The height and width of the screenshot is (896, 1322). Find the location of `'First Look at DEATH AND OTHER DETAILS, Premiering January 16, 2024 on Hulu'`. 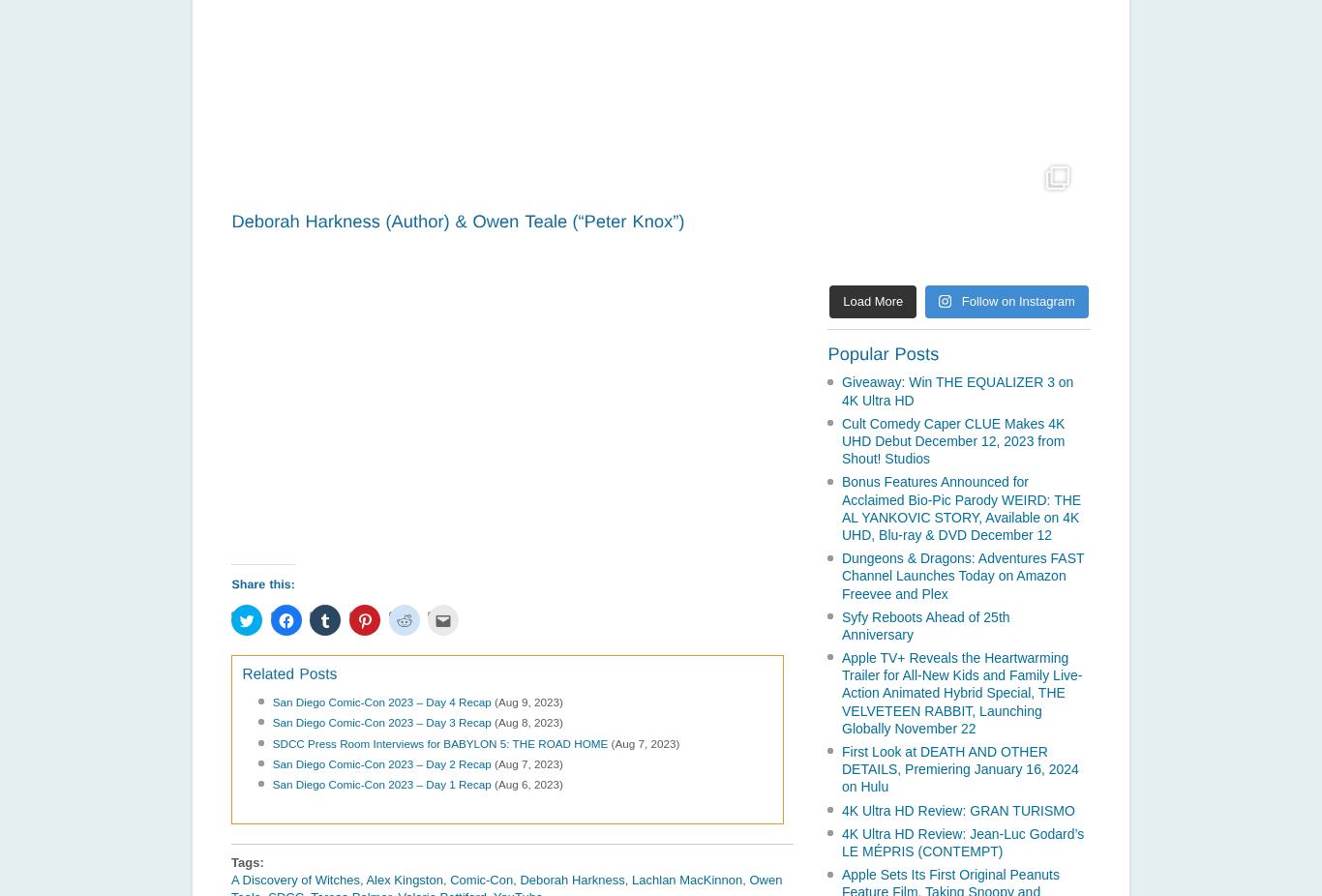

'First Look at DEATH AND OTHER DETAILS, Premiering January 16, 2024 on Hulu' is located at coordinates (959, 768).